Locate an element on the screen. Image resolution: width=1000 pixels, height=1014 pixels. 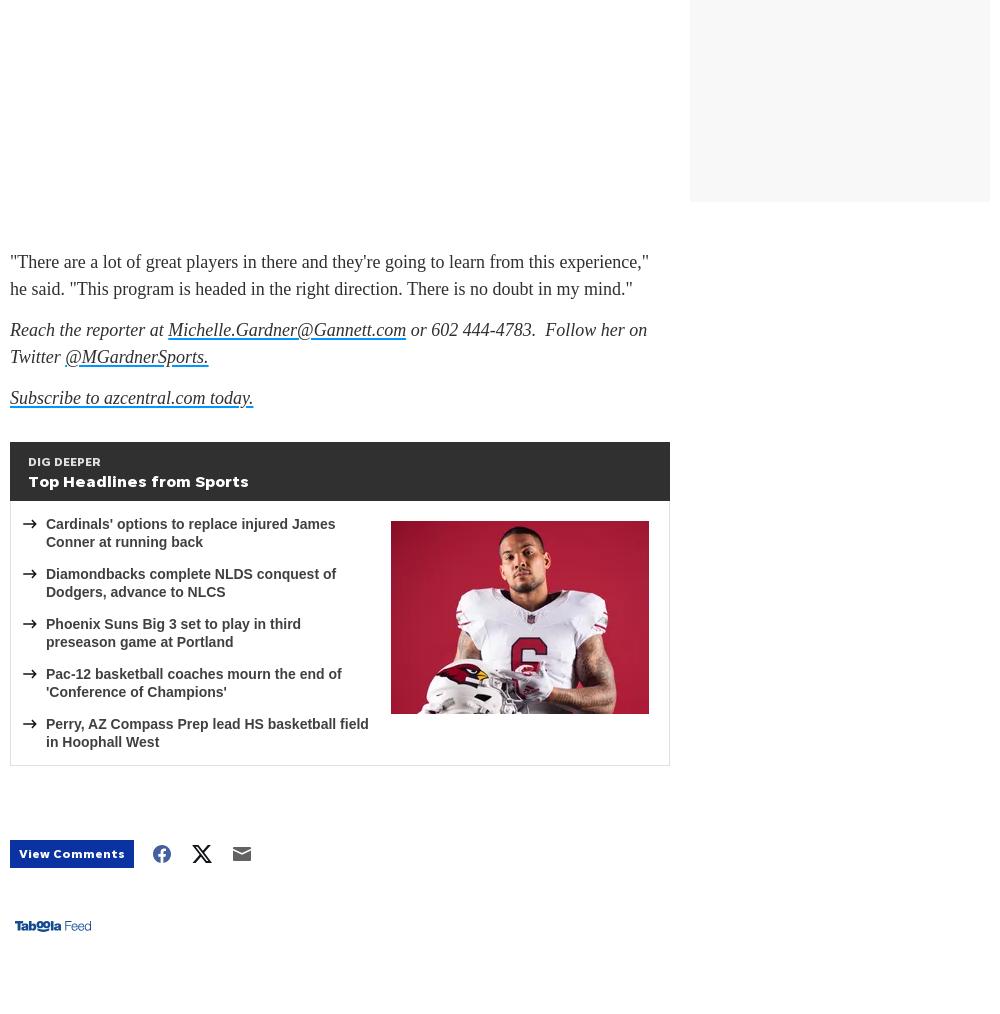
'View Comments' is located at coordinates (71, 852).